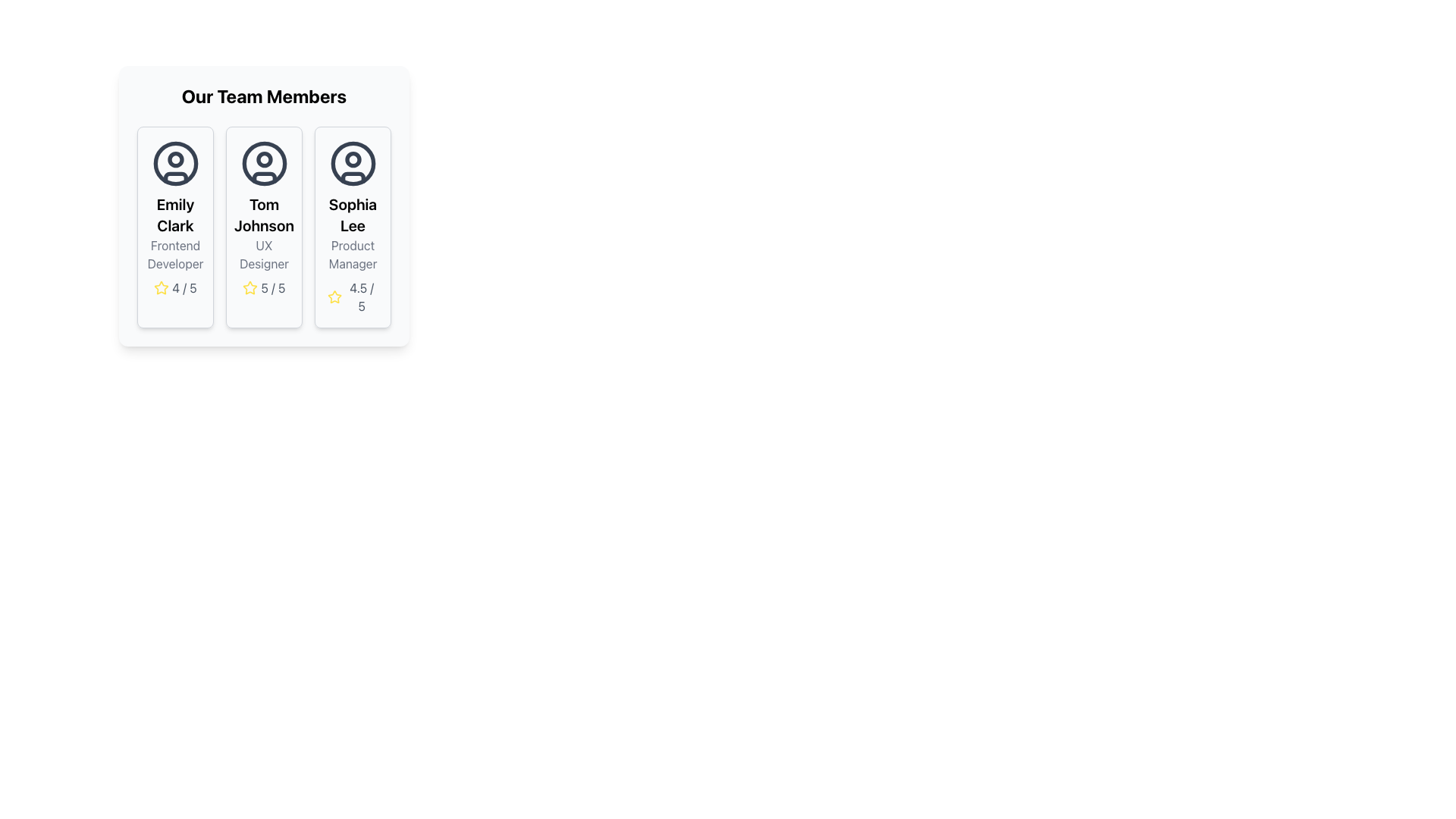  Describe the element at coordinates (264, 164) in the screenshot. I see `the largest circle in the 'Tom Johnson' profile icon, which serves as a decorative framing element within the 'Our Team Members' grid layout` at that location.